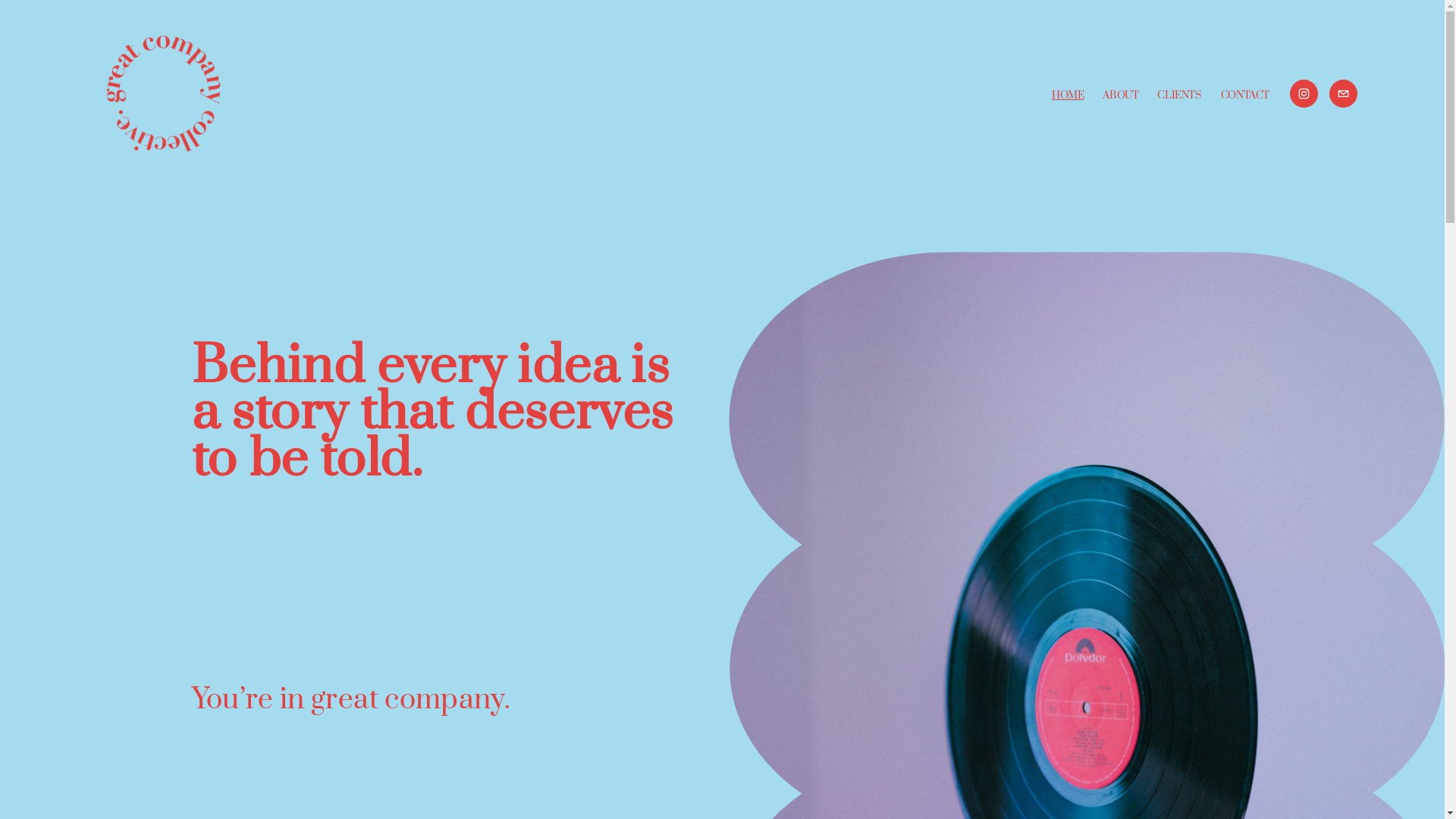 The width and height of the screenshot is (1456, 819). I want to click on 'HOME', so click(1066, 96).